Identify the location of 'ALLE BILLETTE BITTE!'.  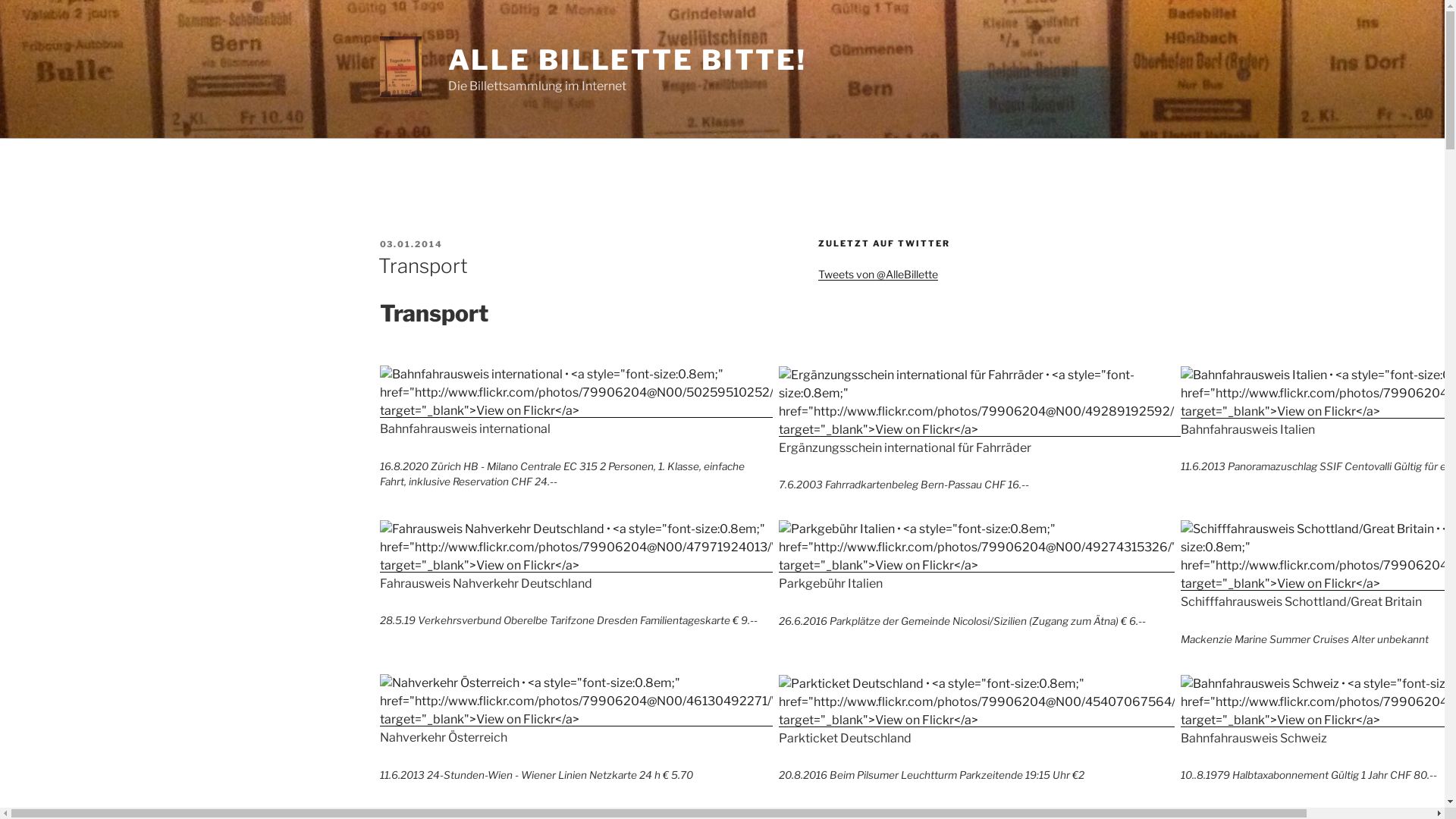
(628, 58).